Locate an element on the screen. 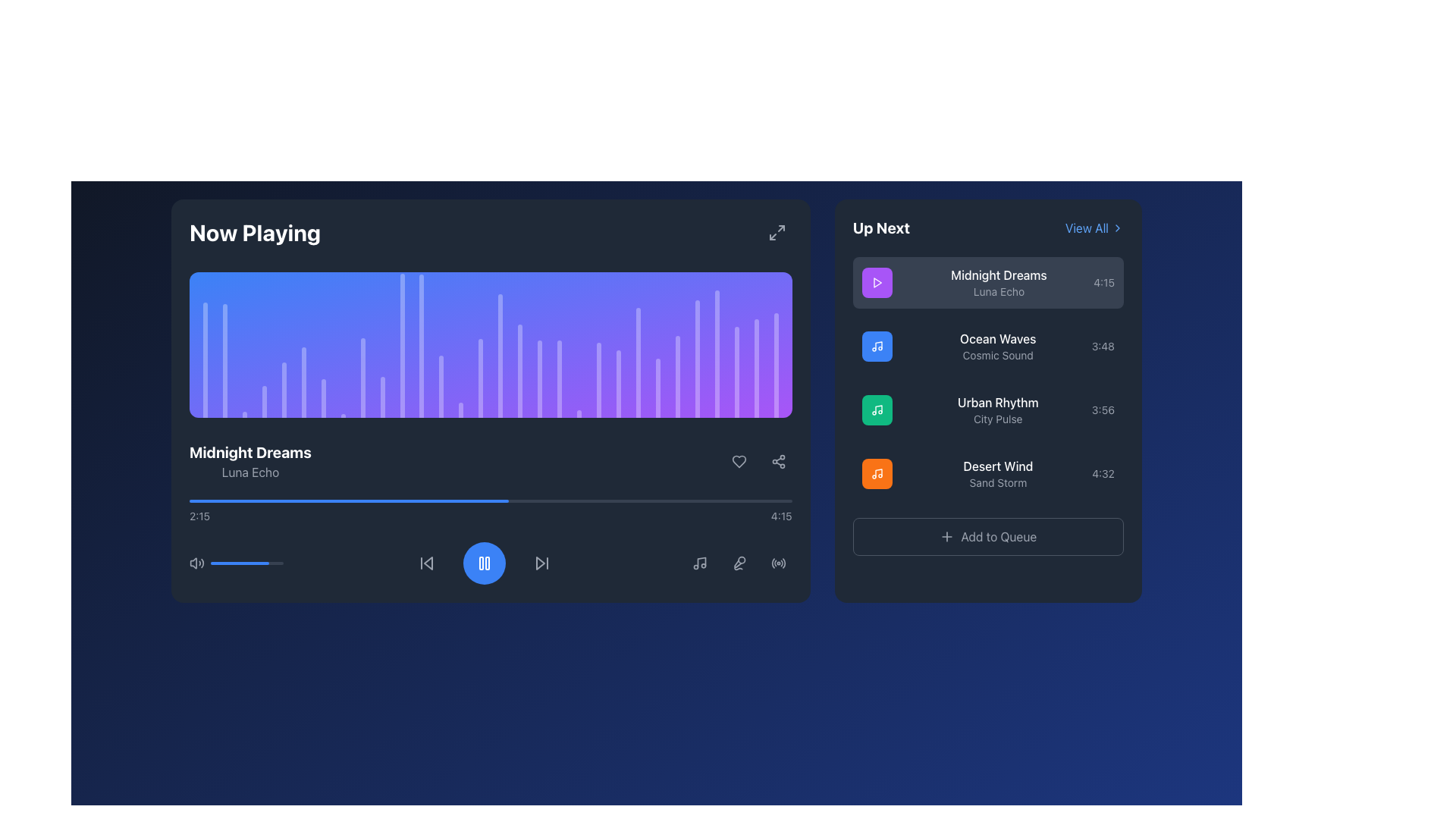  the displayed text indicating the duration of the associated audio track in the 'Up Next' list for the 'Midnight Dreams' audio entry is located at coordinates (1104, 283).